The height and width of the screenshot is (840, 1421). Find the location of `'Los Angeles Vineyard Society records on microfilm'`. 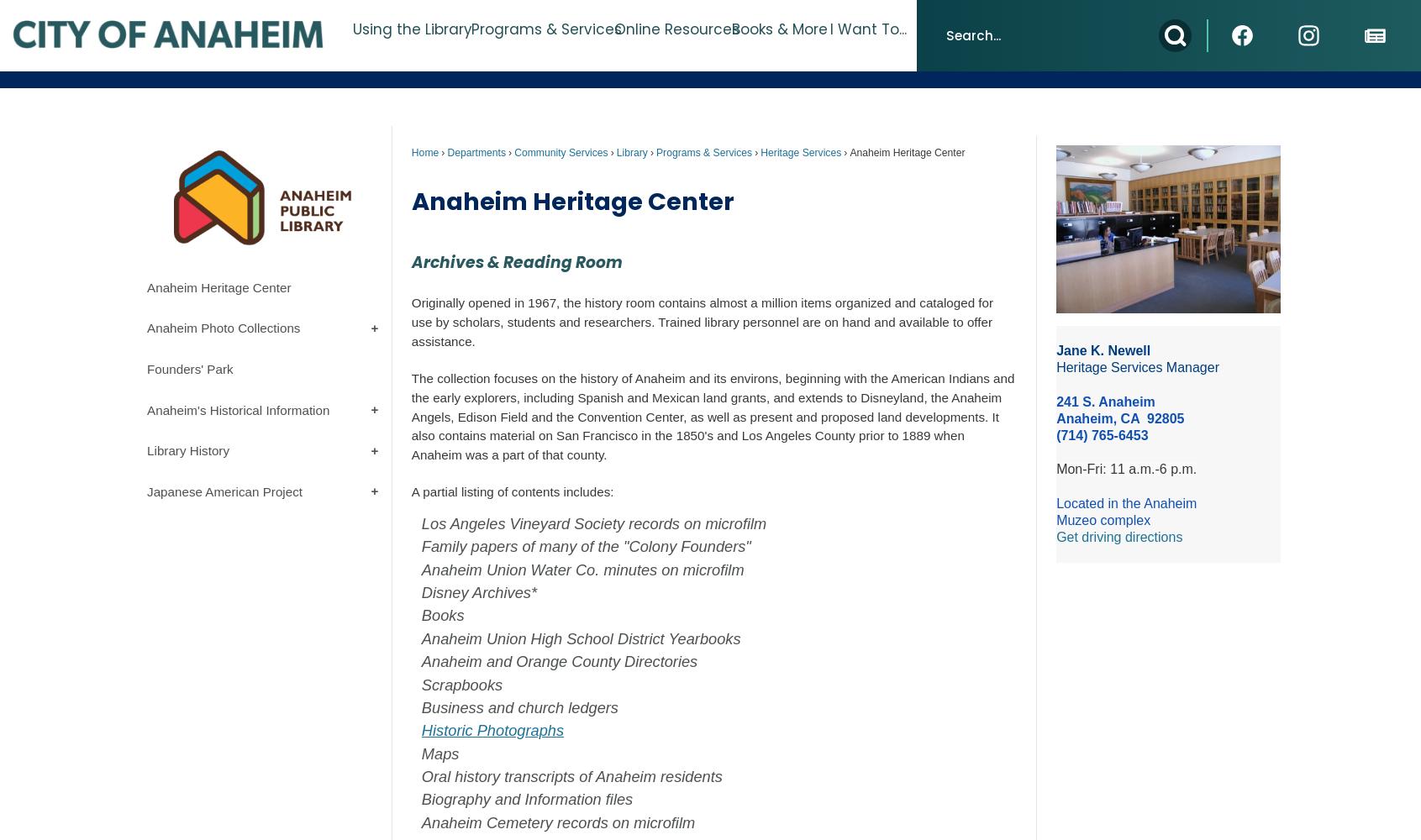

'Los Angeles Vineyard Society records on microfilm' is located at coordinates (596, 522).